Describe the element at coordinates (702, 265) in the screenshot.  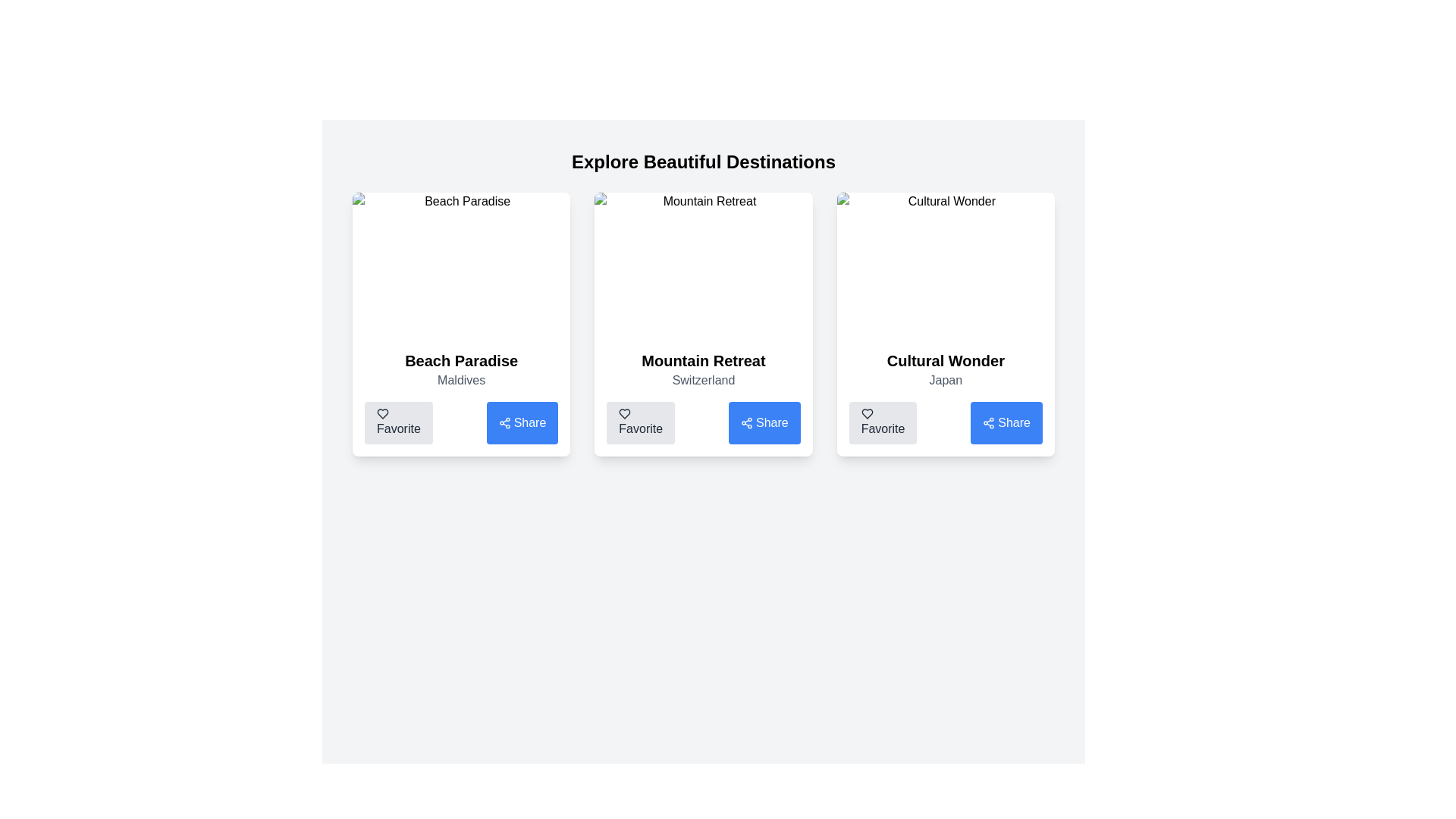
I see `the visual representation of the 'Mountain Retreat' location at the top of the card` at that location.